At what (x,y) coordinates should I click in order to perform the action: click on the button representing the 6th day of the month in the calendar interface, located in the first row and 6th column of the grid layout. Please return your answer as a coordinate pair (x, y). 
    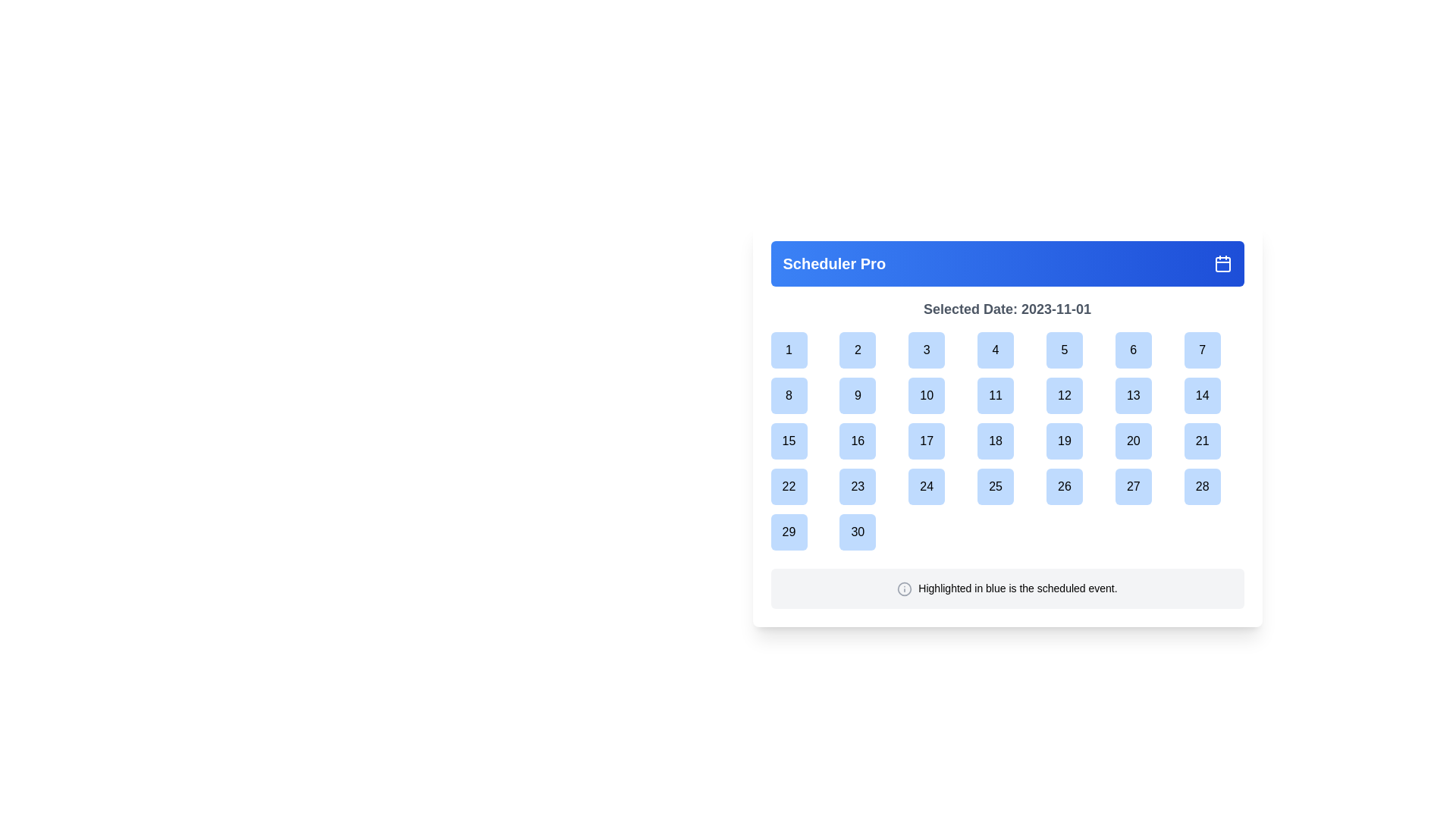
    Looking at the image, I should click on (1145, 350).